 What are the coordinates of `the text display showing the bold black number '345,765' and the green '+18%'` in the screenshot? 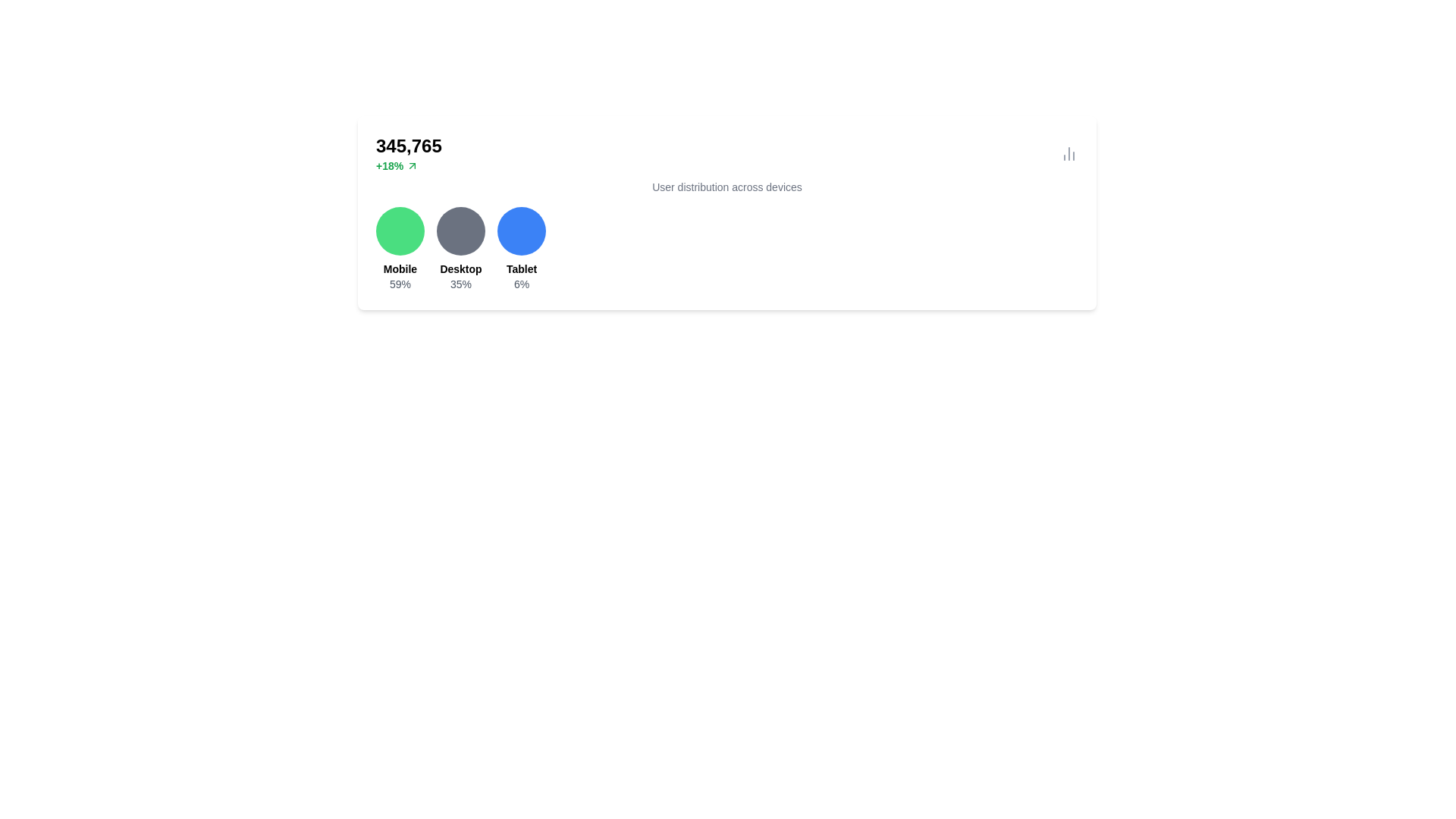 It's located at (409, 154).